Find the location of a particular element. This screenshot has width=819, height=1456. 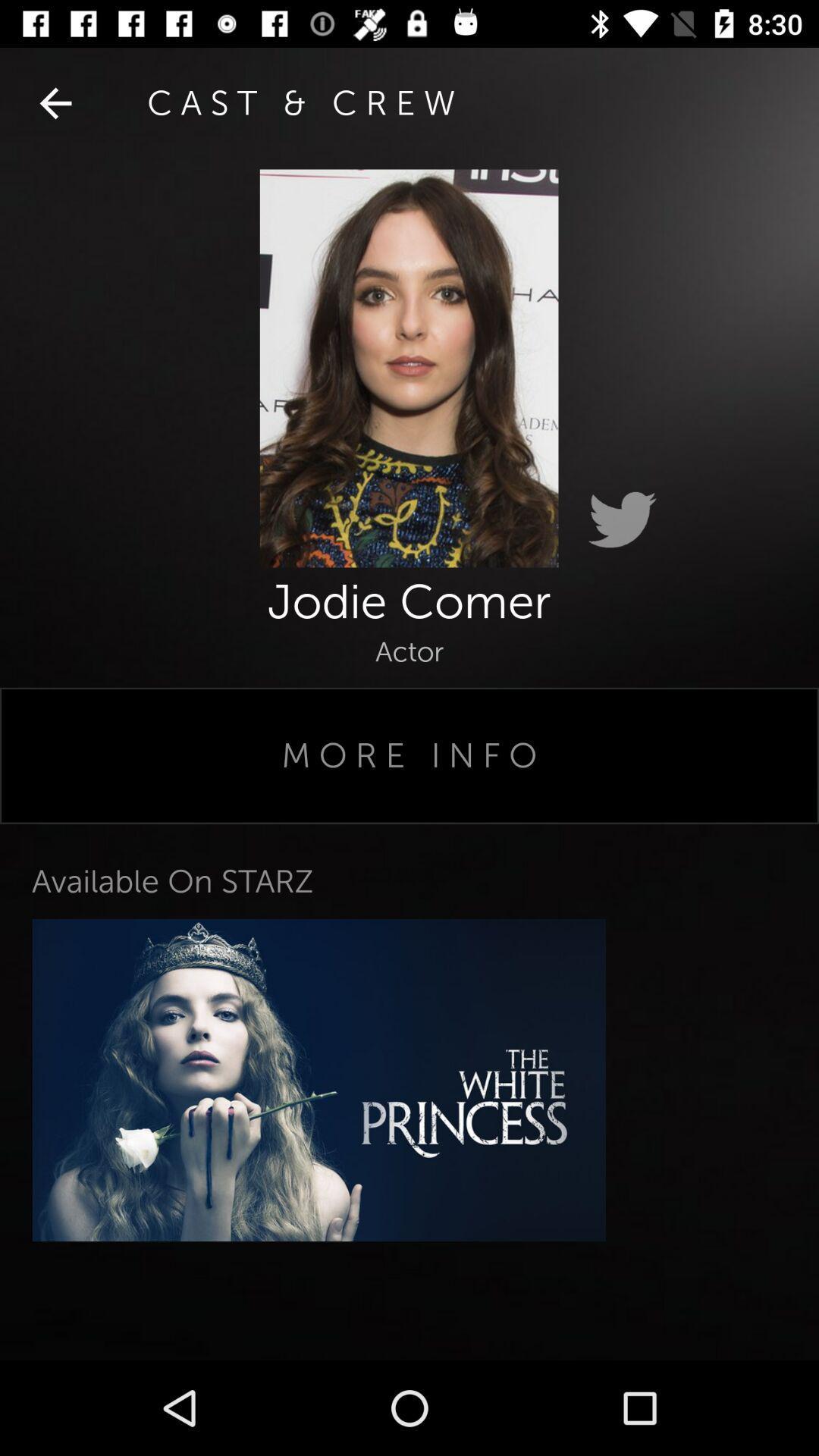

icon above the jodie comer is located at coordinates (622, 520).